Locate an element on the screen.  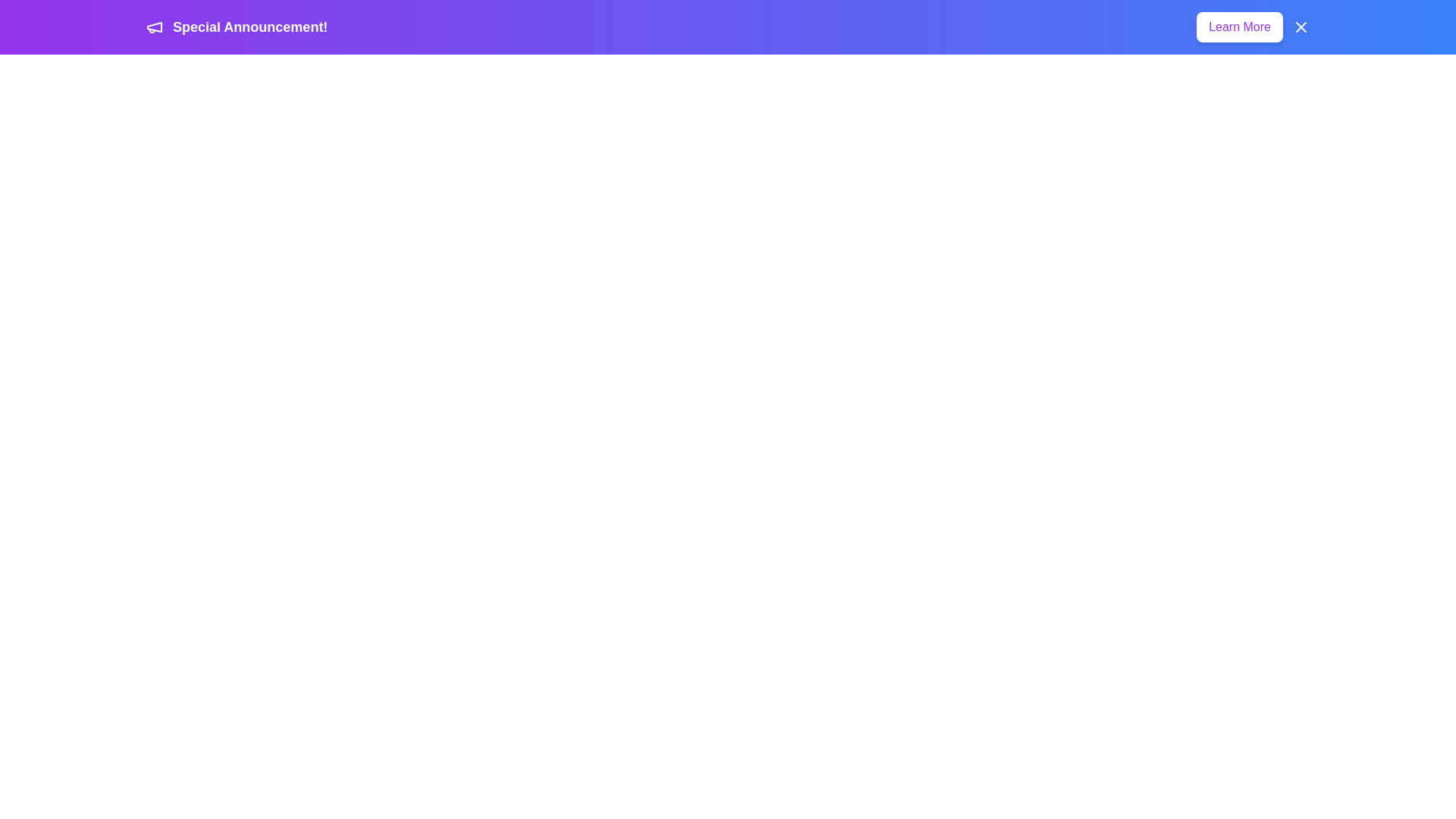
the 'Learn More' button to navigate to additional information is located at coordinates (1240, 27).